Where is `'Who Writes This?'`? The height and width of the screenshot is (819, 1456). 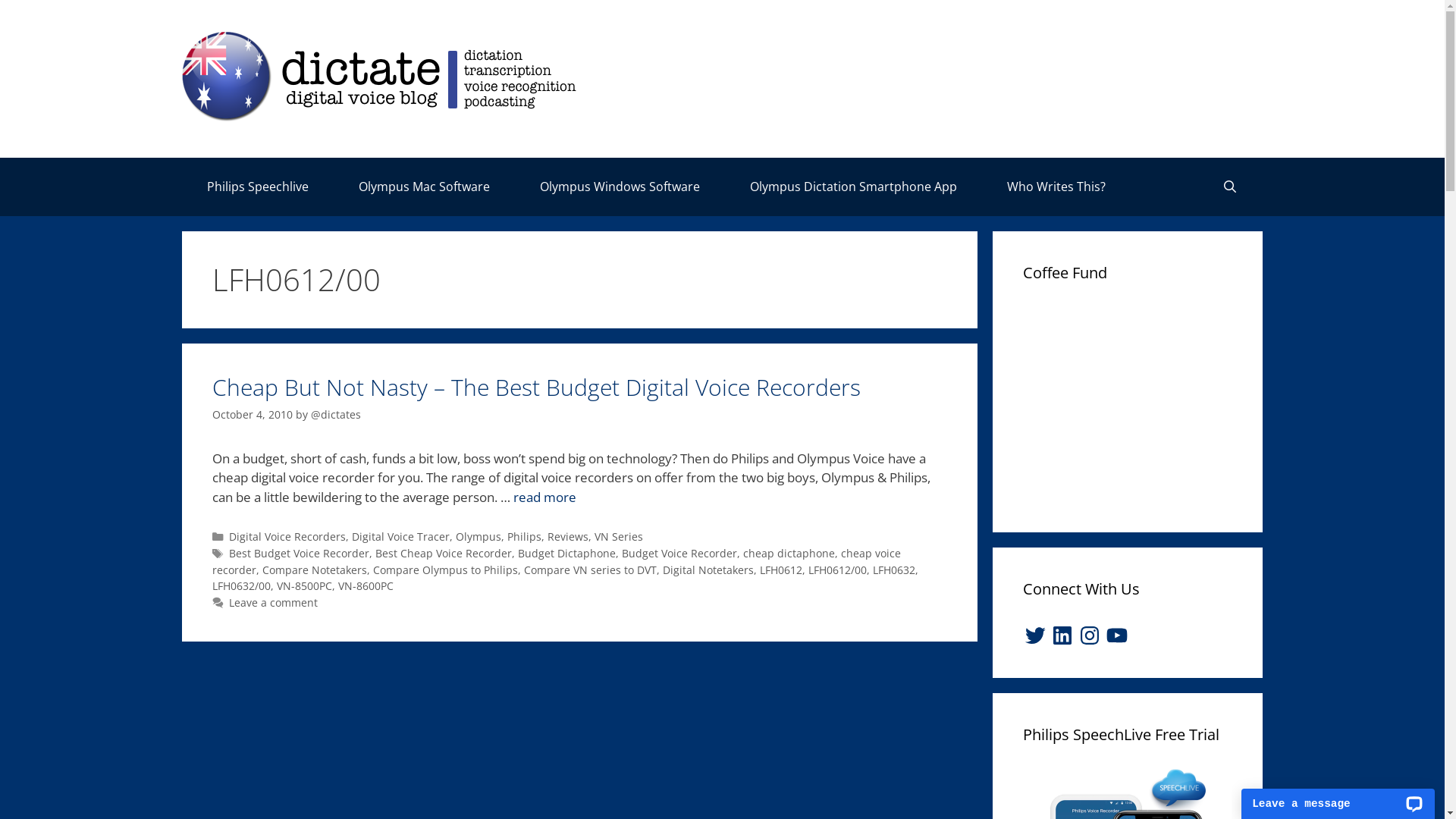
'Who Writes This?' is located at coordinates (982, 186).